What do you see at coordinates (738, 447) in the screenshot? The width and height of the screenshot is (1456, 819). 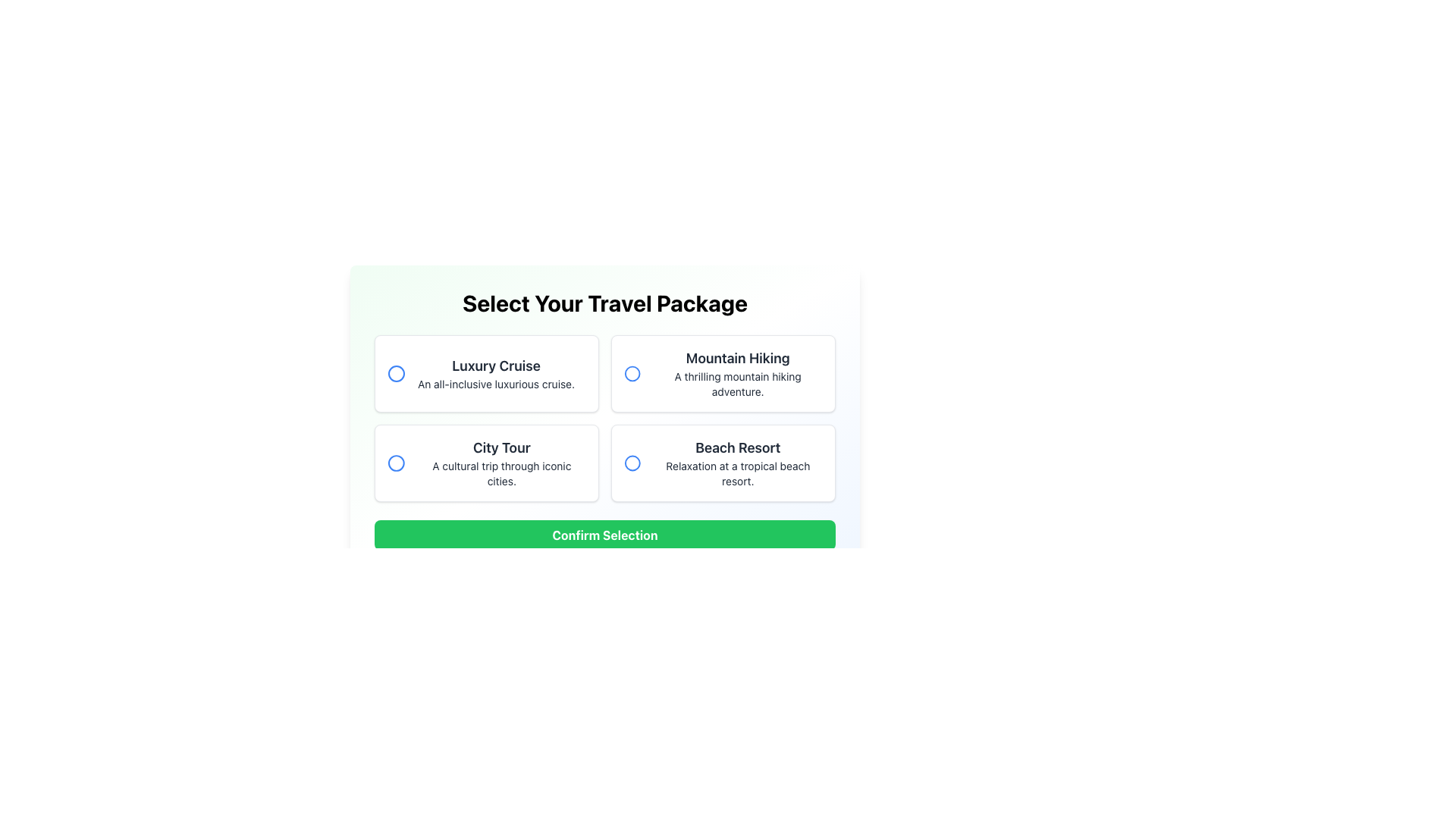 I see `the text label displaying 'Beach Resort', which is the third travel package option located in the lower-right quadrant under 'Select Your Travel Package'` at bounding box center [738, 447].